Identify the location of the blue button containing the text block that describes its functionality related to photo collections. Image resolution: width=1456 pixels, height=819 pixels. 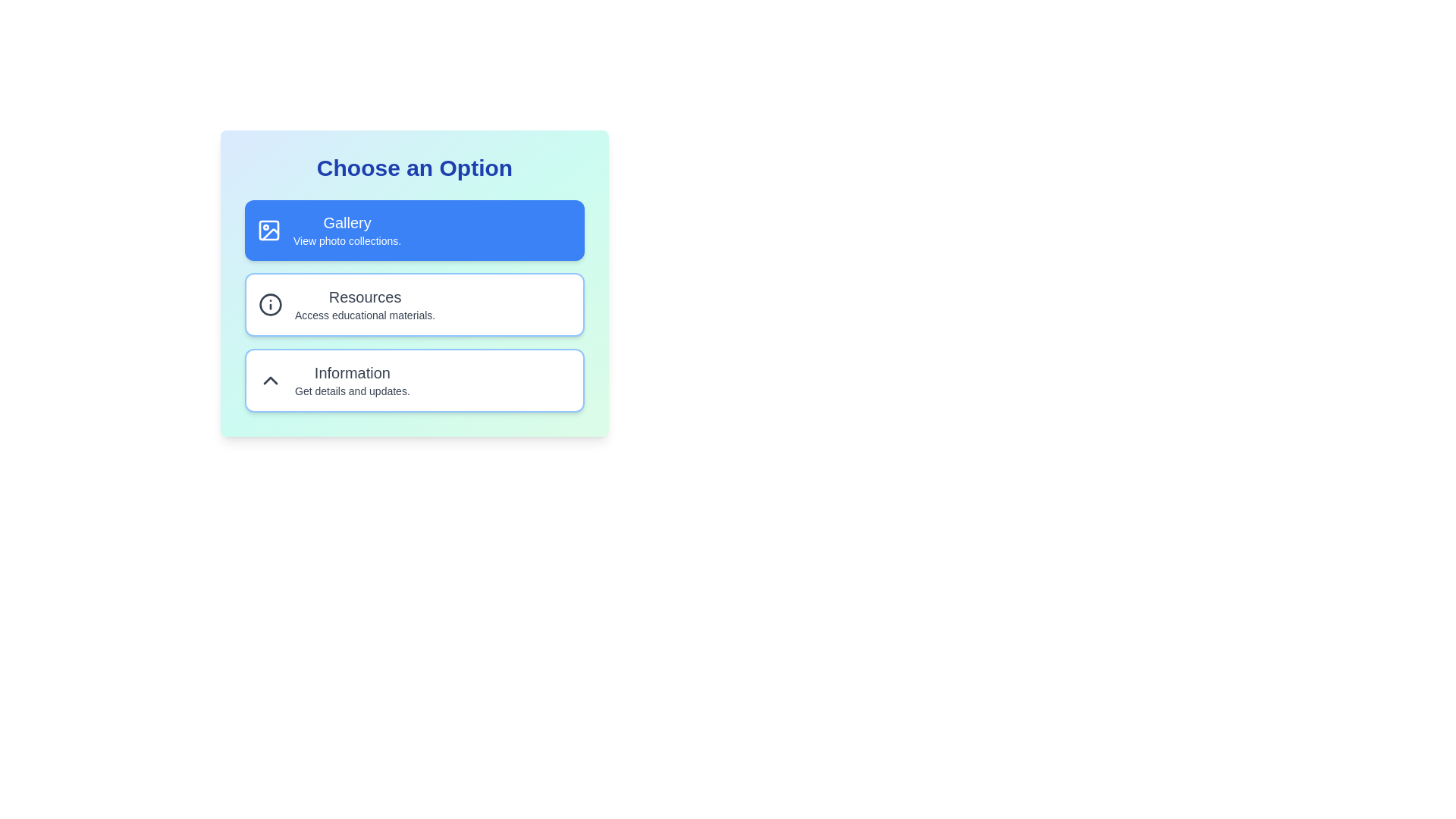
(346, 231).